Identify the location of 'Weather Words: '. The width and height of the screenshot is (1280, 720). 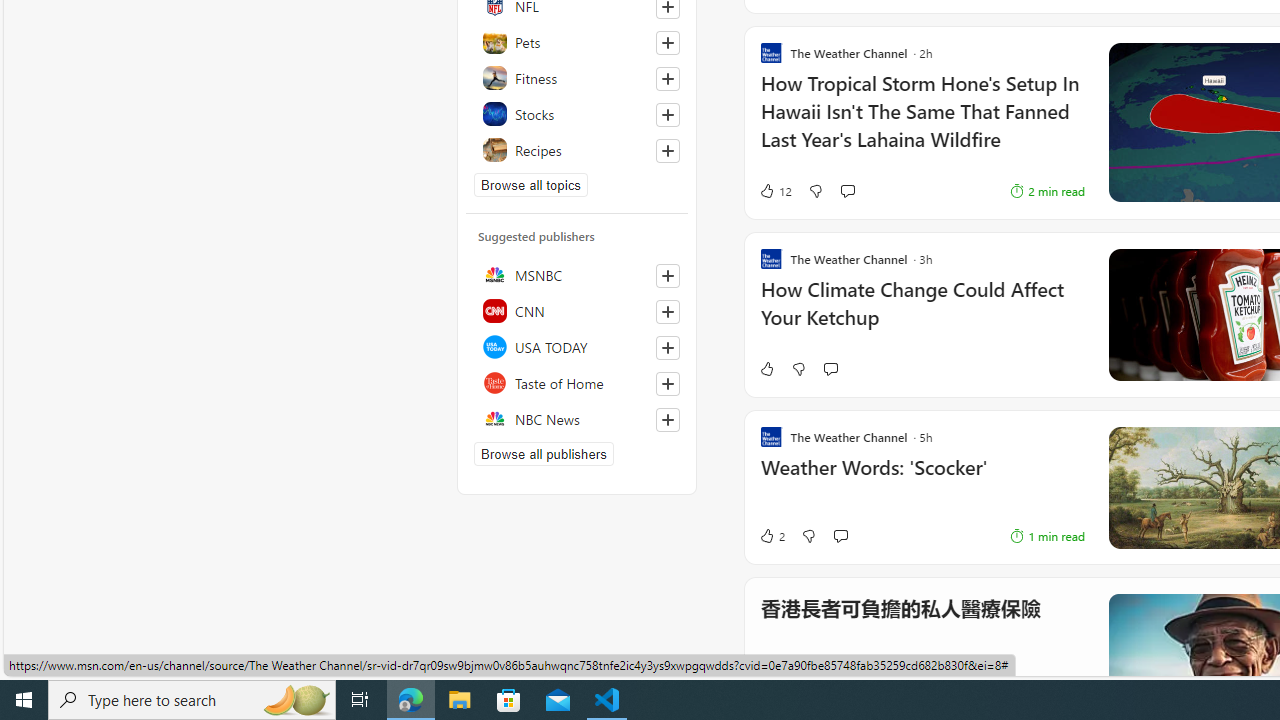
(921, 478).